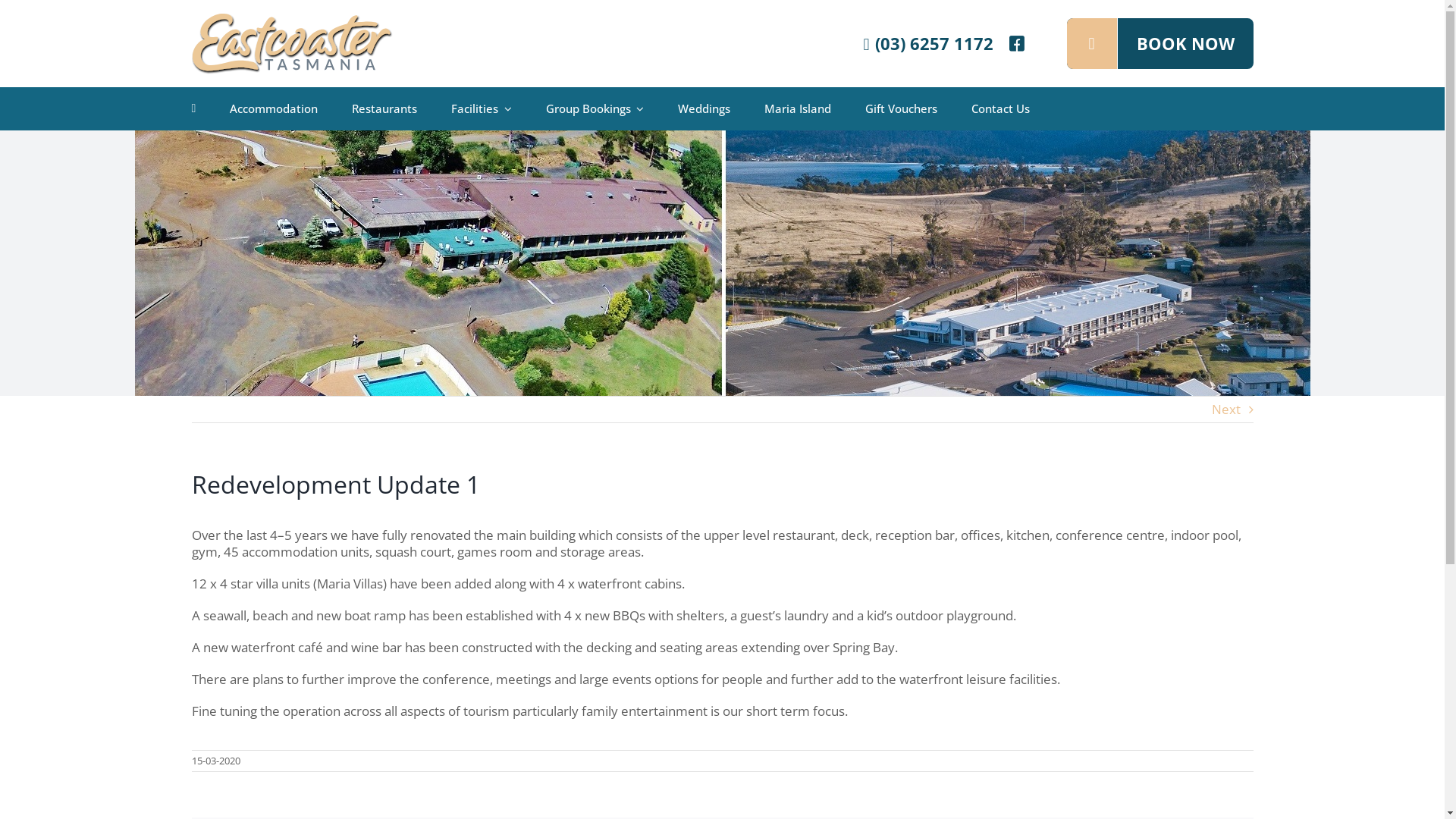 Image resolution: width=1456 pixels, height=819 pixels. Describe the element at coordinates (1000, 108) in the screenshot. I see `'Contact Us'` at that location.